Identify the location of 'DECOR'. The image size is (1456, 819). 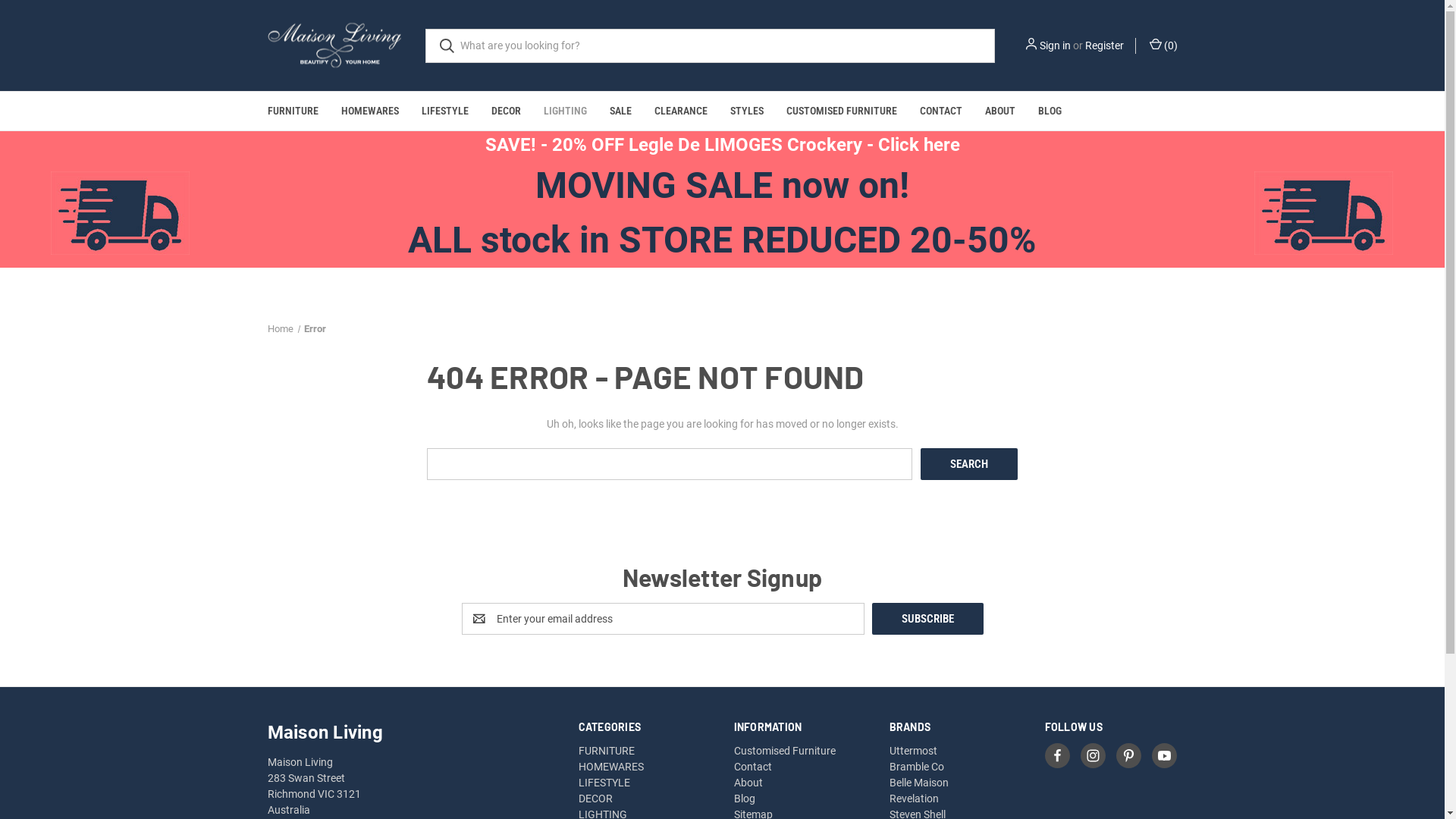
(505, 110).